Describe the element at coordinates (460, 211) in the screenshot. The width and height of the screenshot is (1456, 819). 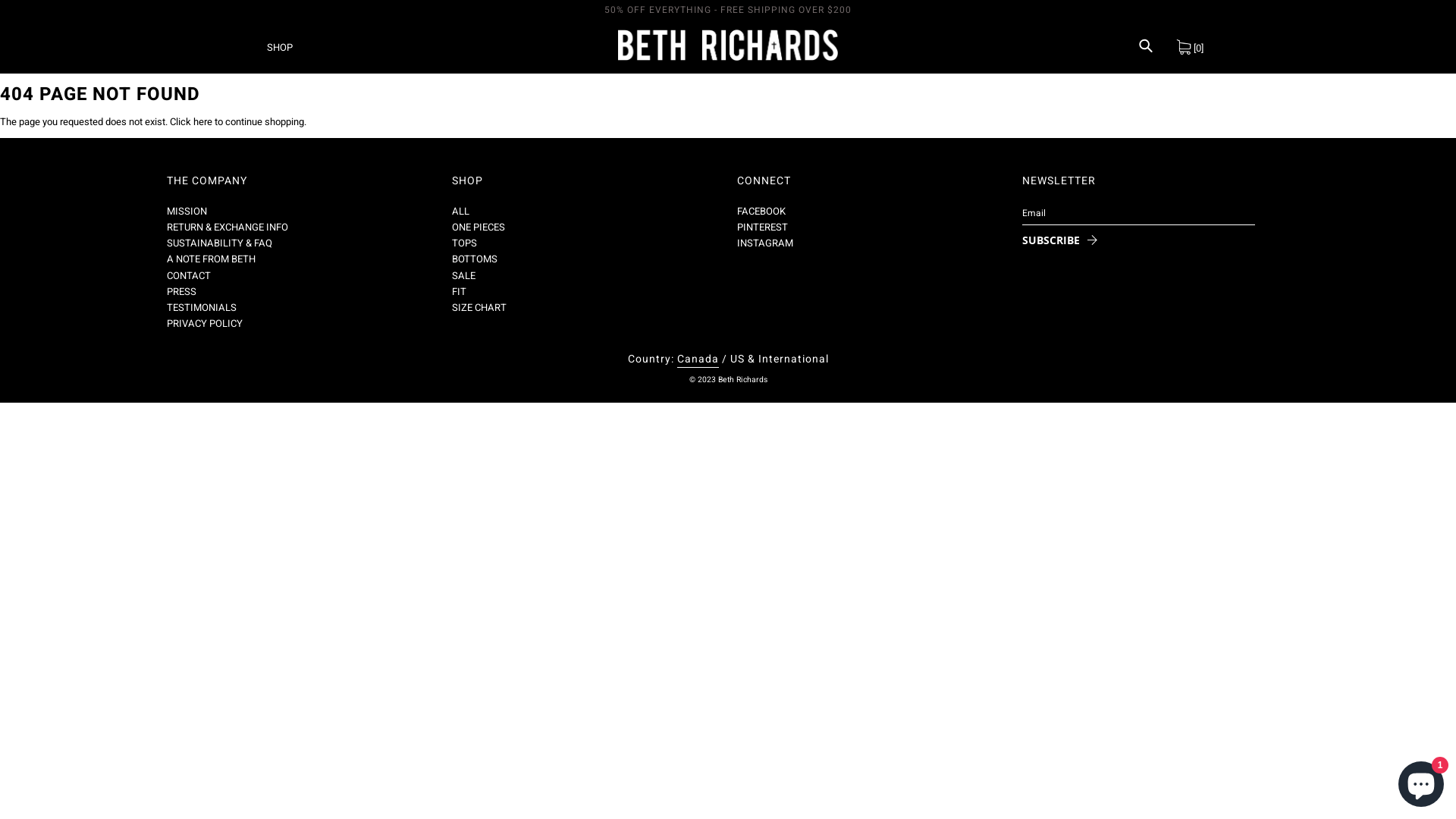
I see `'ALL'` at that location.